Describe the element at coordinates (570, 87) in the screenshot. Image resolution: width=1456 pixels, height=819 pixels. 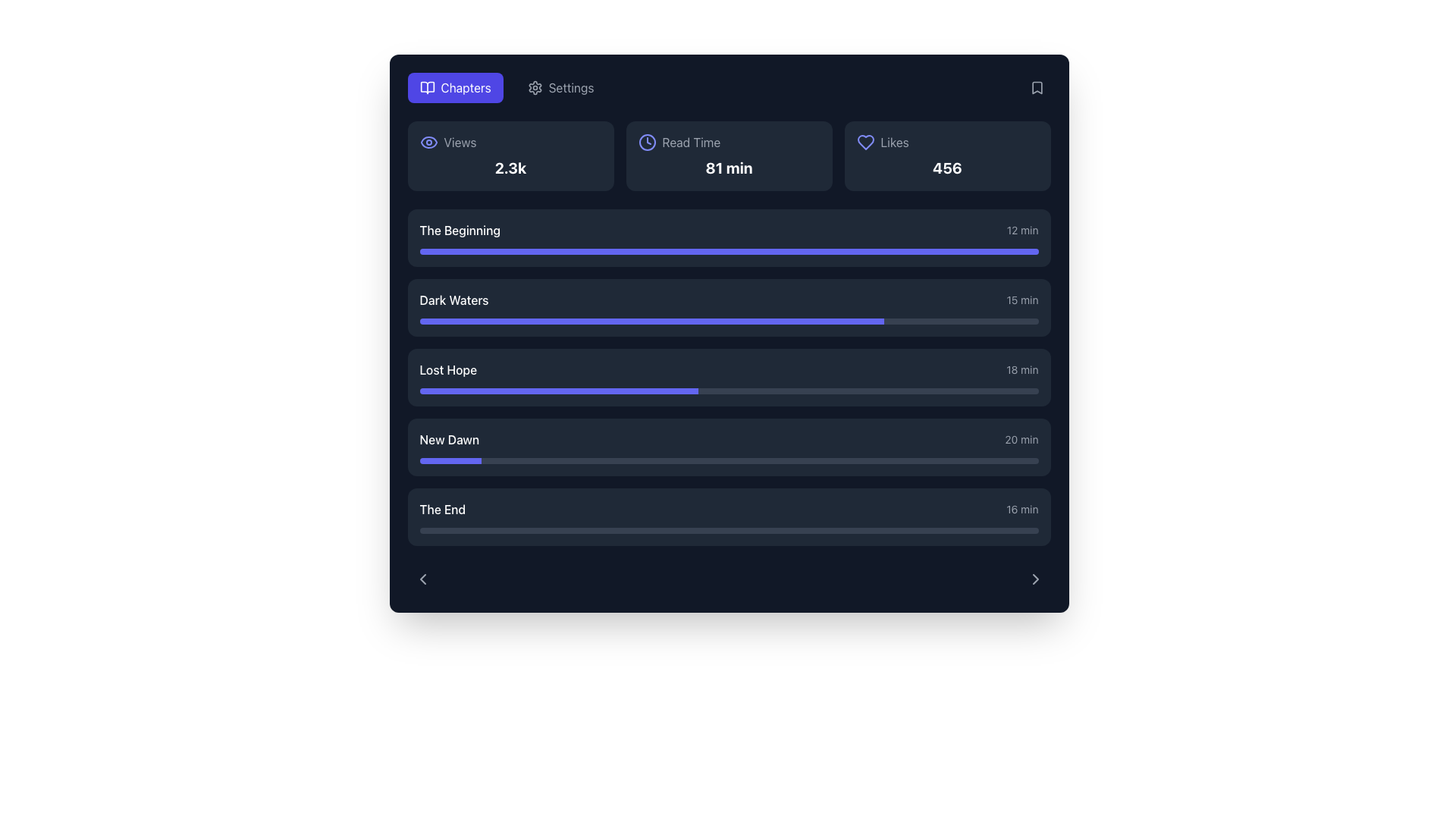
I see `the Text label indicating settings in the top navigation bar for keyboard navigation` at that location.